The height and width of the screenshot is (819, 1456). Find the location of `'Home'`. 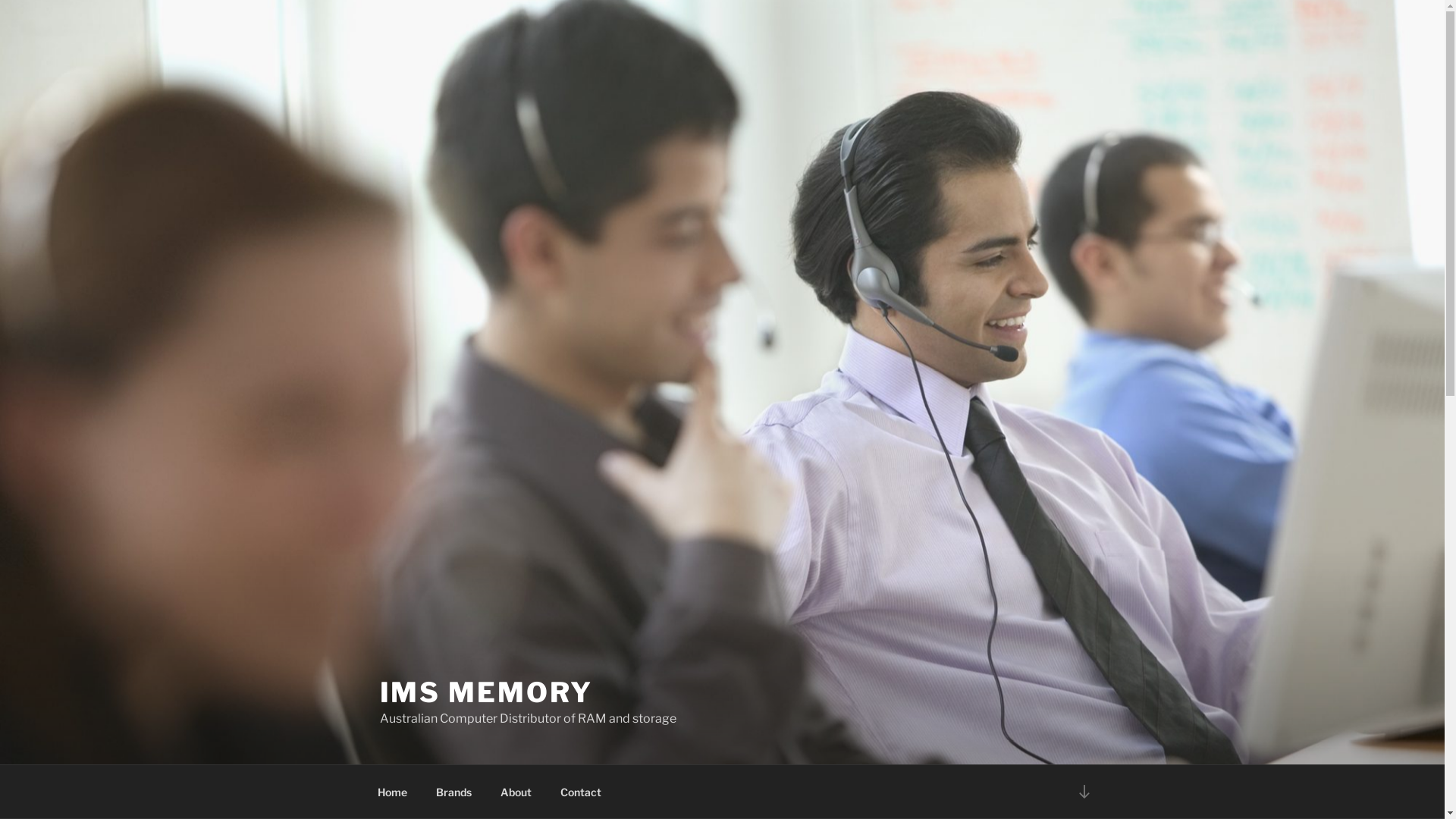

'Home' is located at coordinates (392, 791).